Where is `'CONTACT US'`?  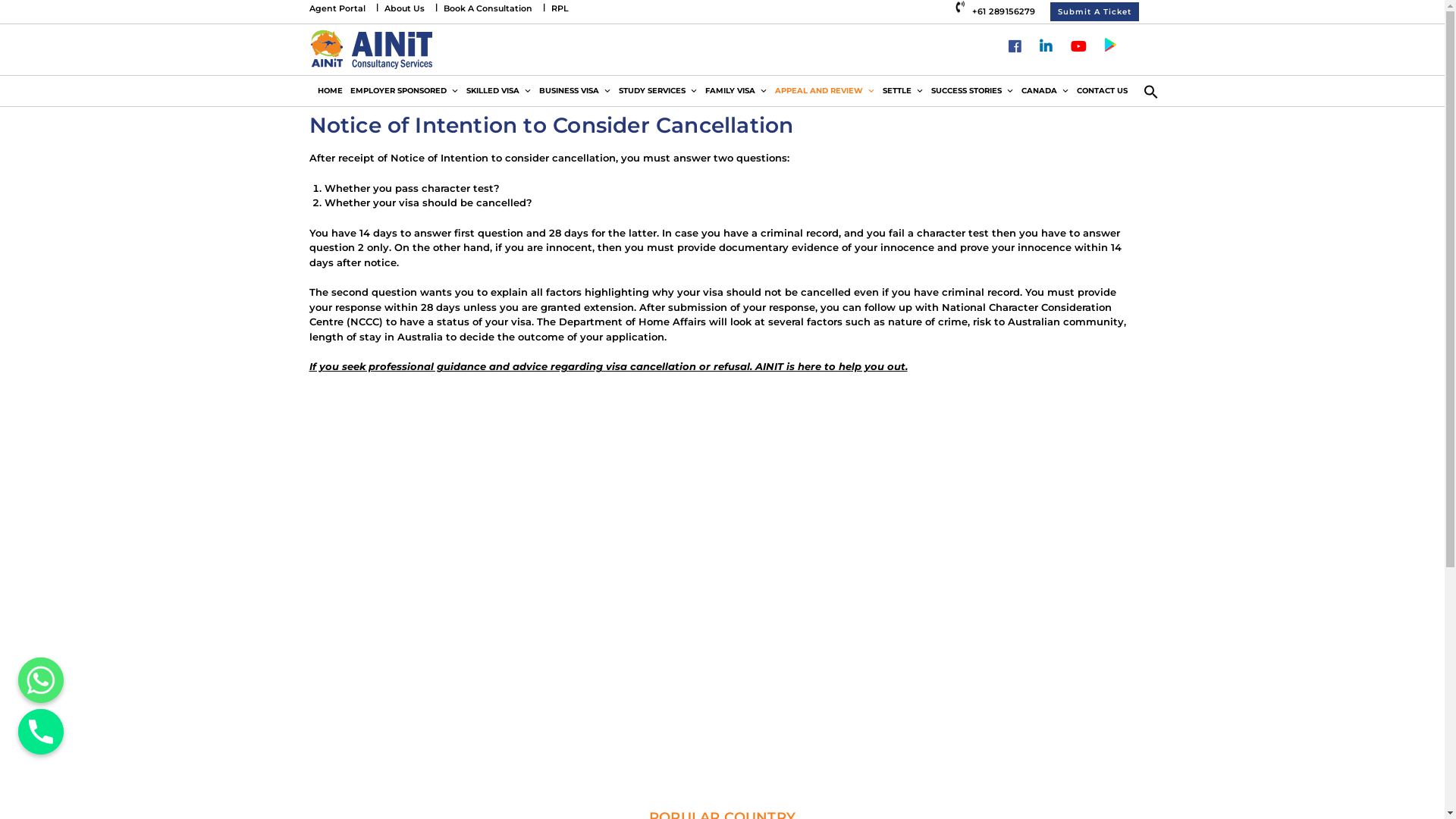 'CONTACT US' is located at coordinates (1072, 90).